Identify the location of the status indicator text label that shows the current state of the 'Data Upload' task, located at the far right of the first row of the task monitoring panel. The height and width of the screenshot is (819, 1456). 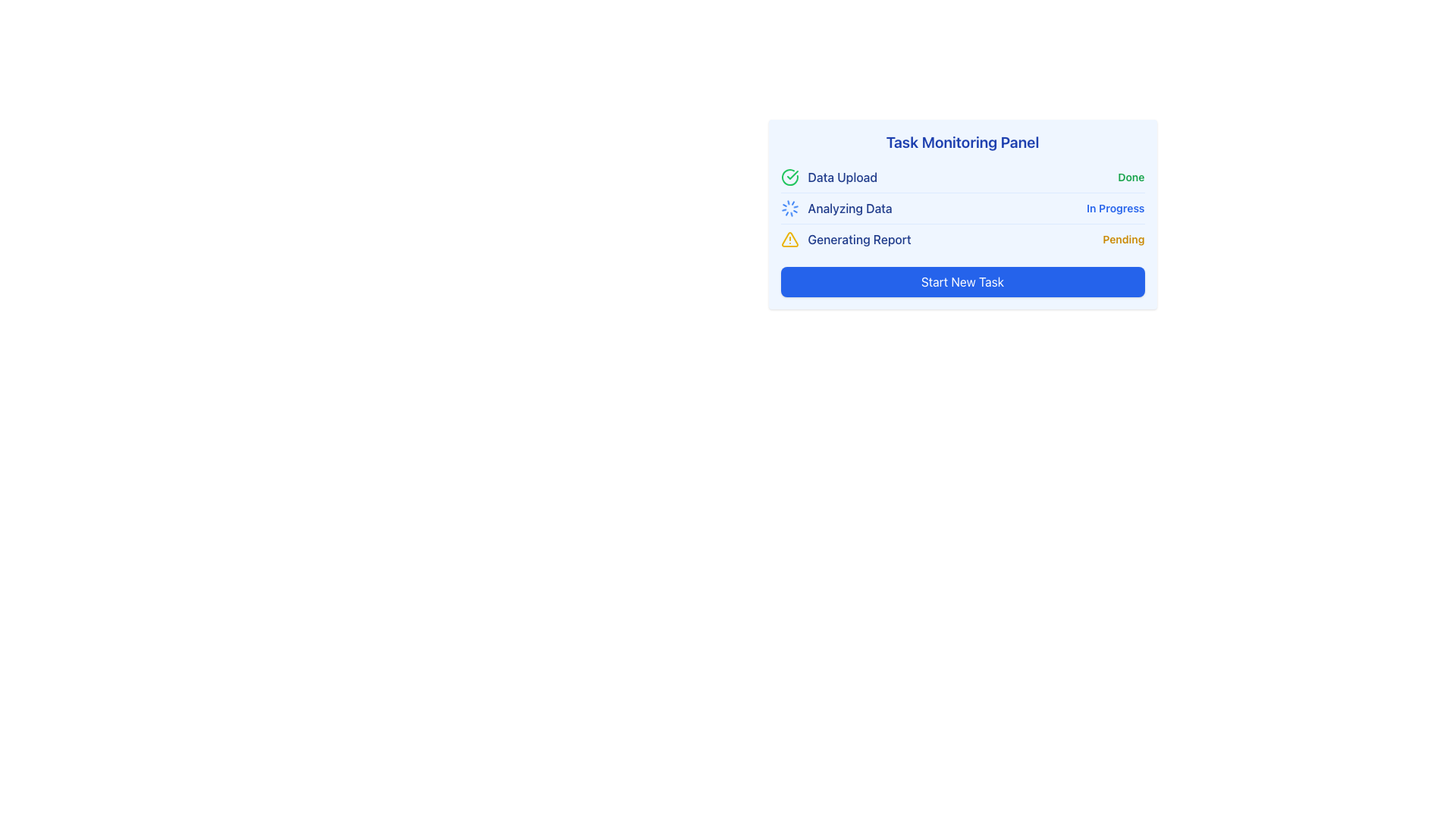
(1131, 177).